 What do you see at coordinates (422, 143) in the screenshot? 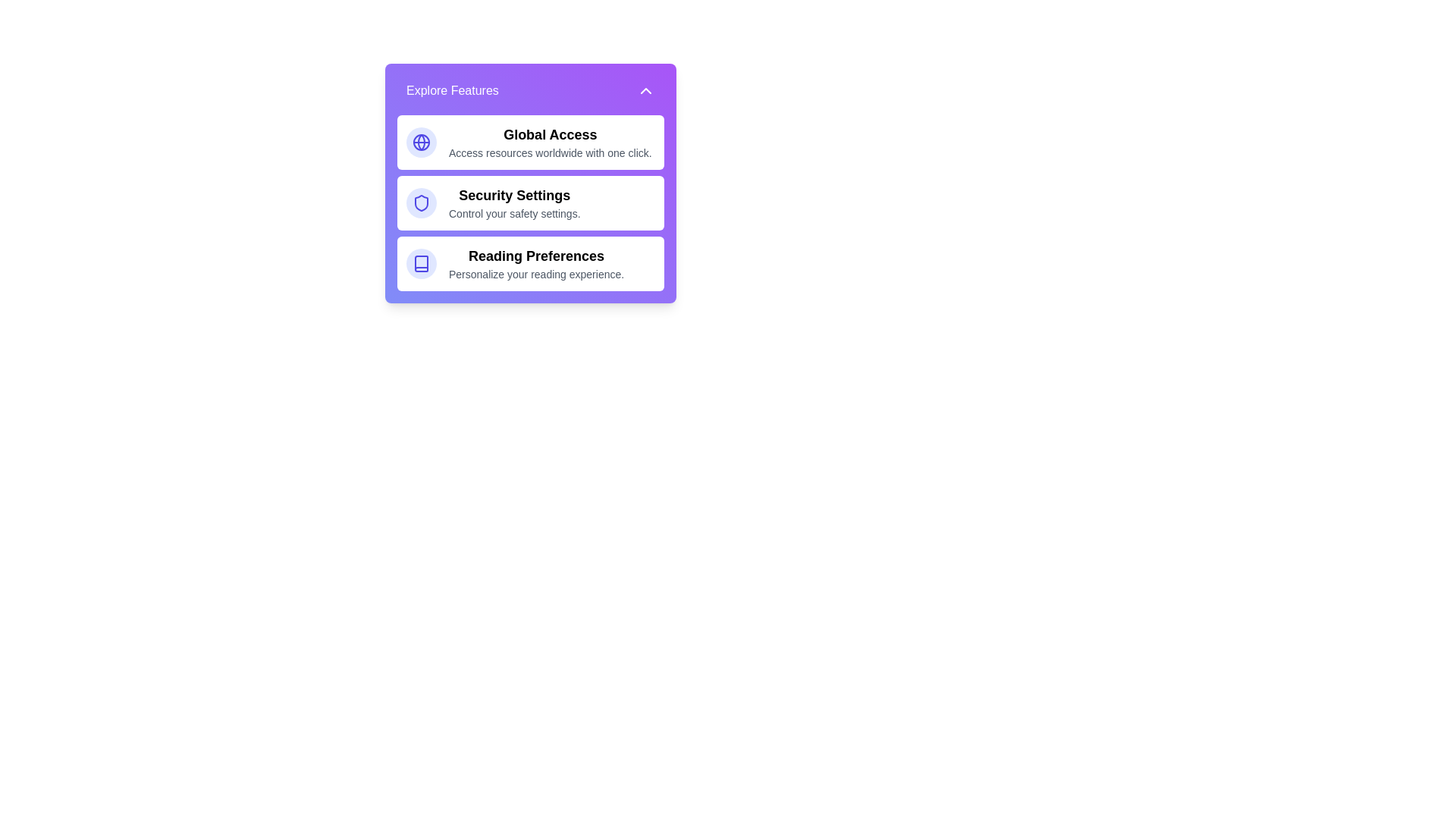
I see `the globe icon, which is a scalable vector graphic with latitude and longitude lines, located within the 'Global Access' feature section to the left of the text label` at bounding box center [422, 143].